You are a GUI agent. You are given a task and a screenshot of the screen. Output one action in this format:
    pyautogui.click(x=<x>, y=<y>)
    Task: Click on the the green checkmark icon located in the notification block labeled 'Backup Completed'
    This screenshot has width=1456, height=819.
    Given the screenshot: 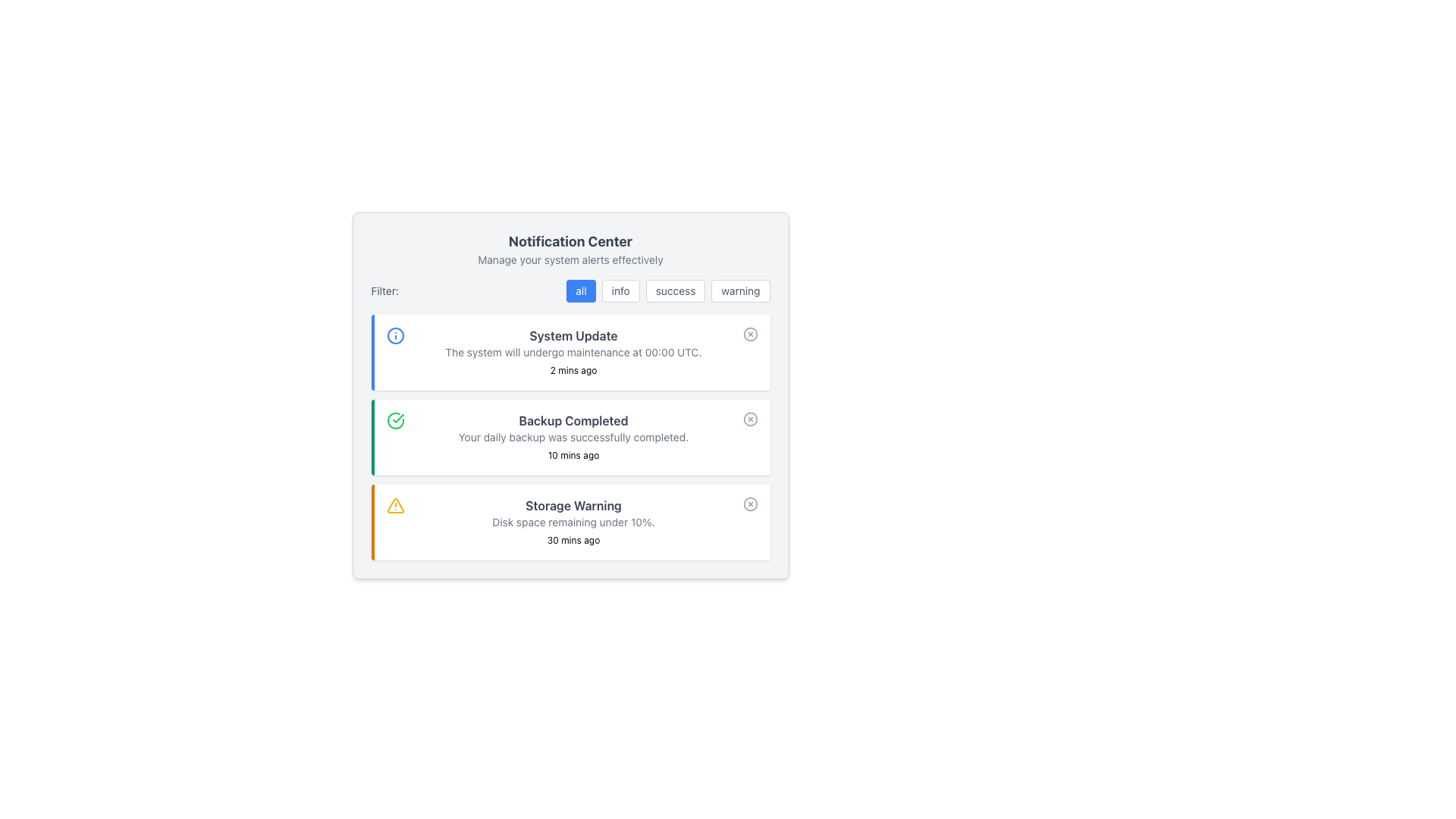 What is the action you would take?
    pyautogui.click(x=397, y=418)
    